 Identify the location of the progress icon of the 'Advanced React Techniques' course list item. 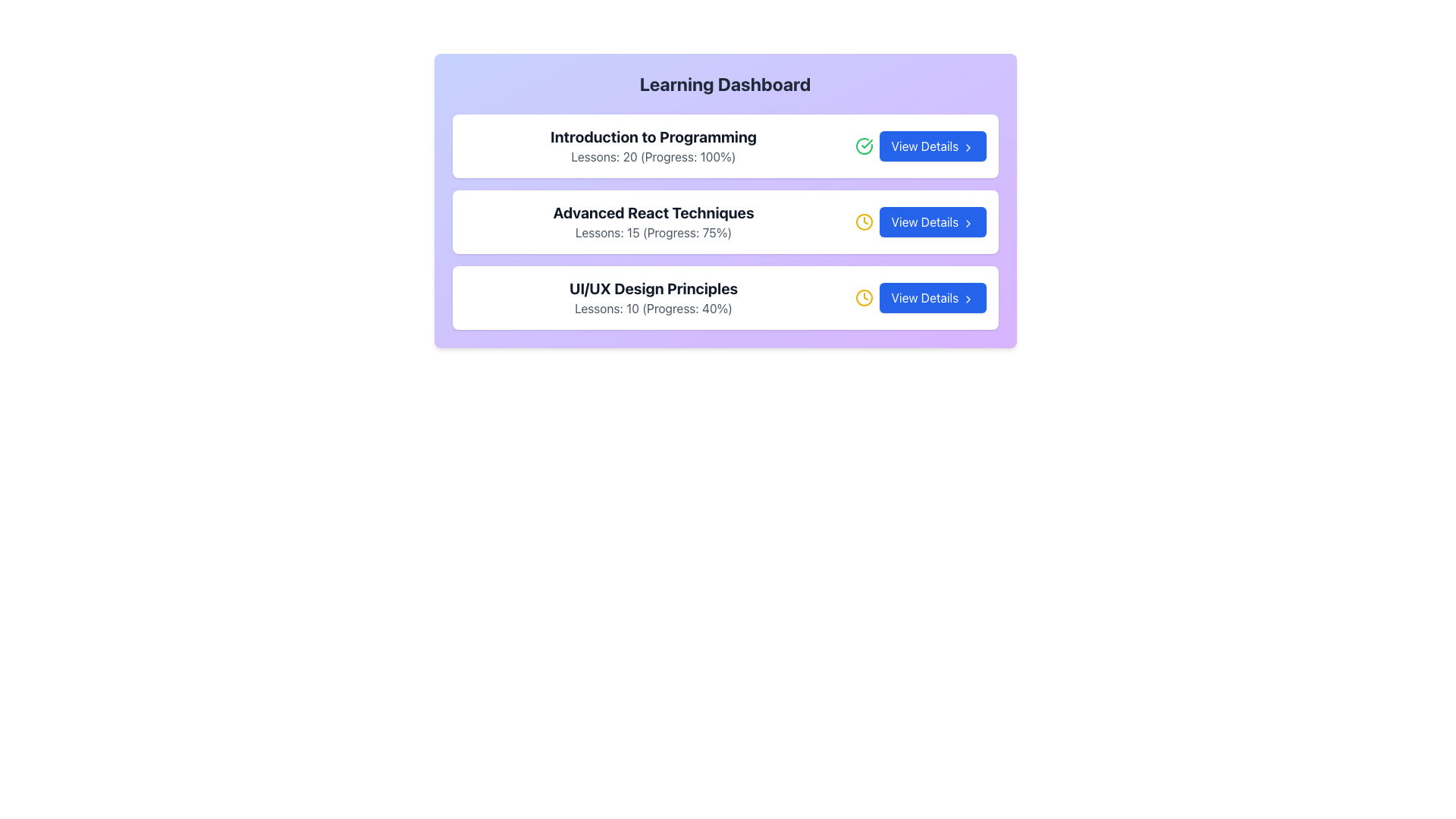
(724, 222).